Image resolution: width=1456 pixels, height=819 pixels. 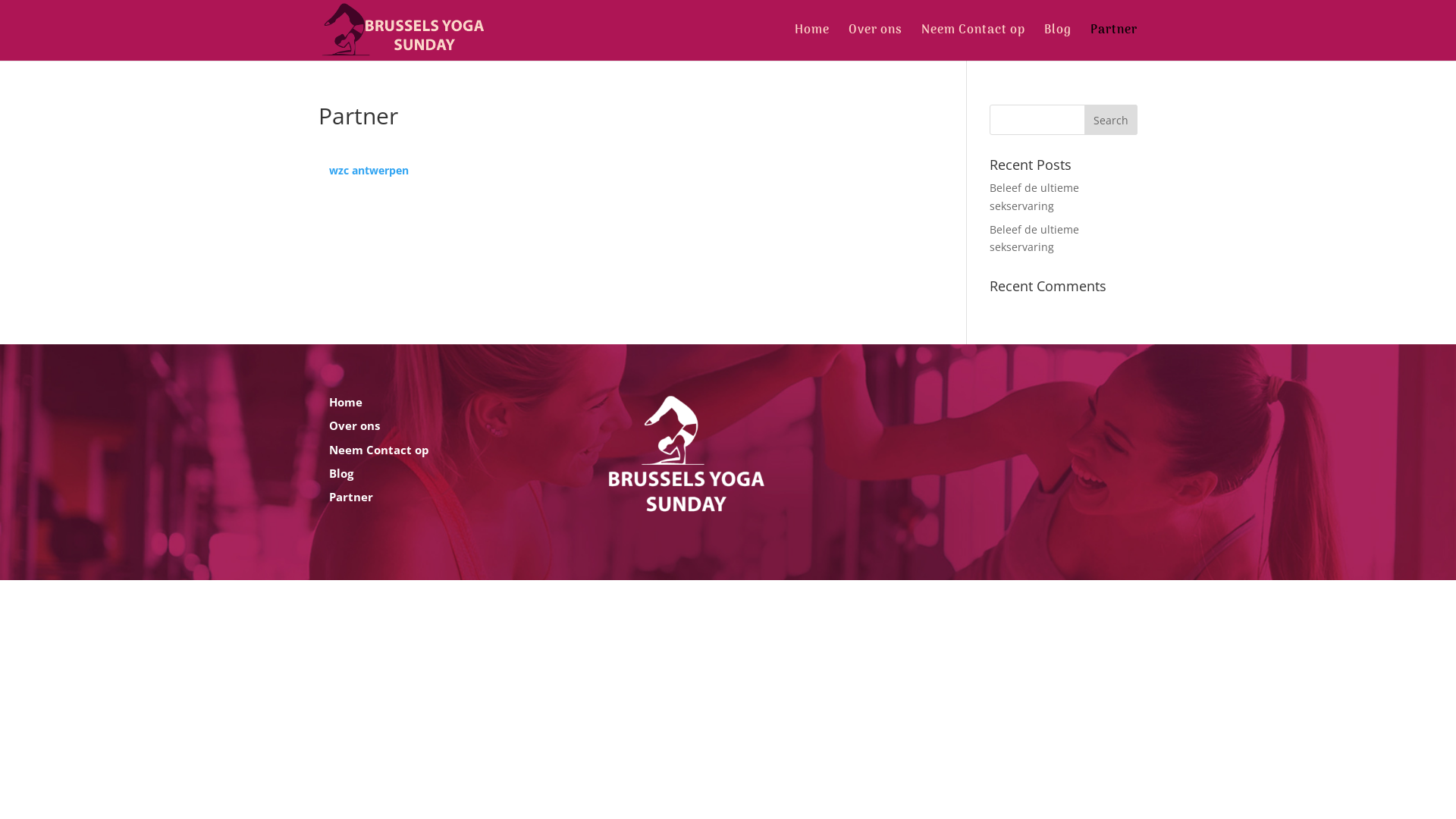 I want to click on 'Search', so click(x=1110, y=119).